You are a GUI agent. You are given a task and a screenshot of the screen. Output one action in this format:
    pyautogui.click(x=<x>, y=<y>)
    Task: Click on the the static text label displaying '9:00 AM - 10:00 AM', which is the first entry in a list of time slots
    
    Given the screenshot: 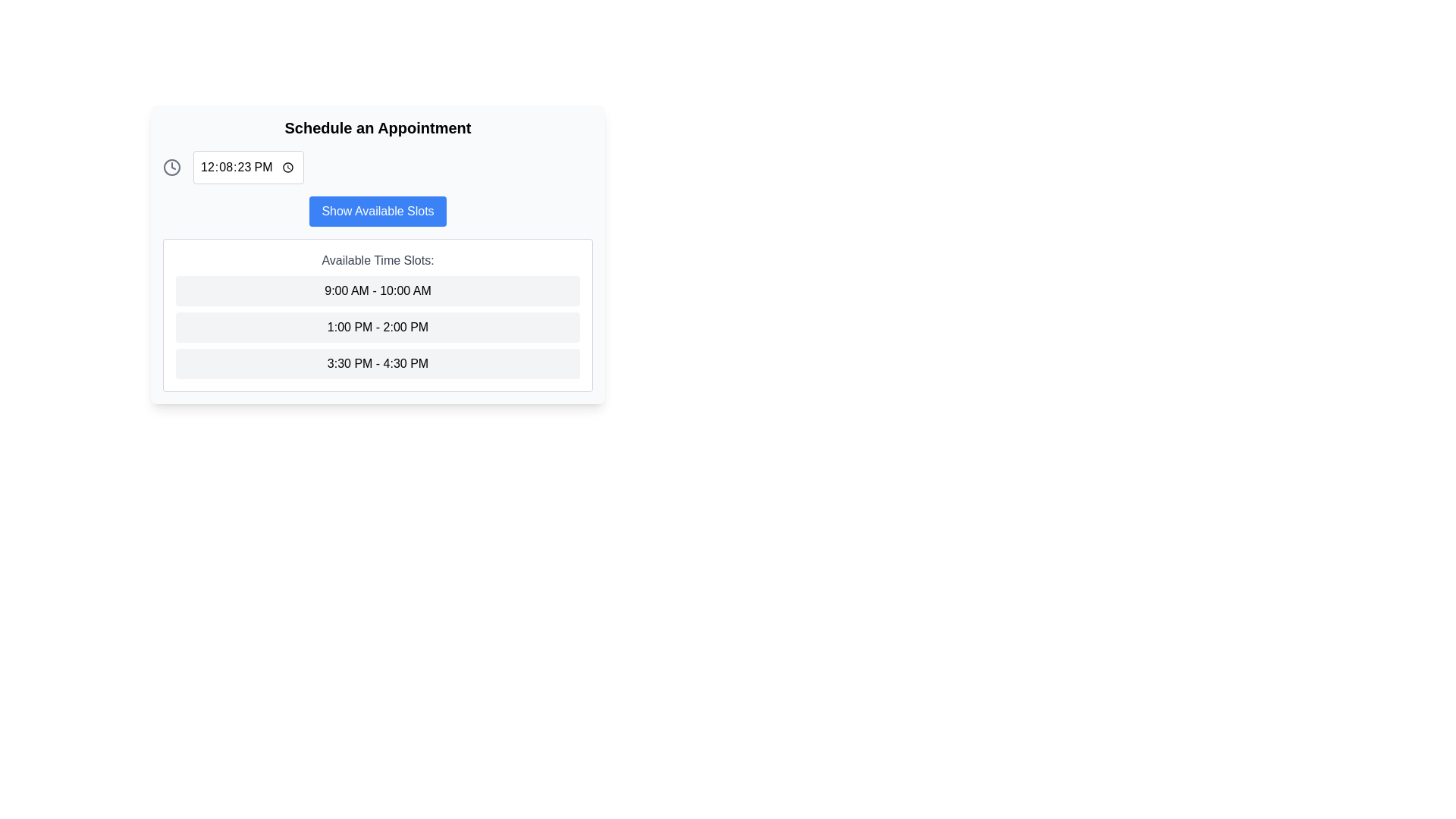 What is the action you would take?
    pyautogui.click(x=378, y=291)
    